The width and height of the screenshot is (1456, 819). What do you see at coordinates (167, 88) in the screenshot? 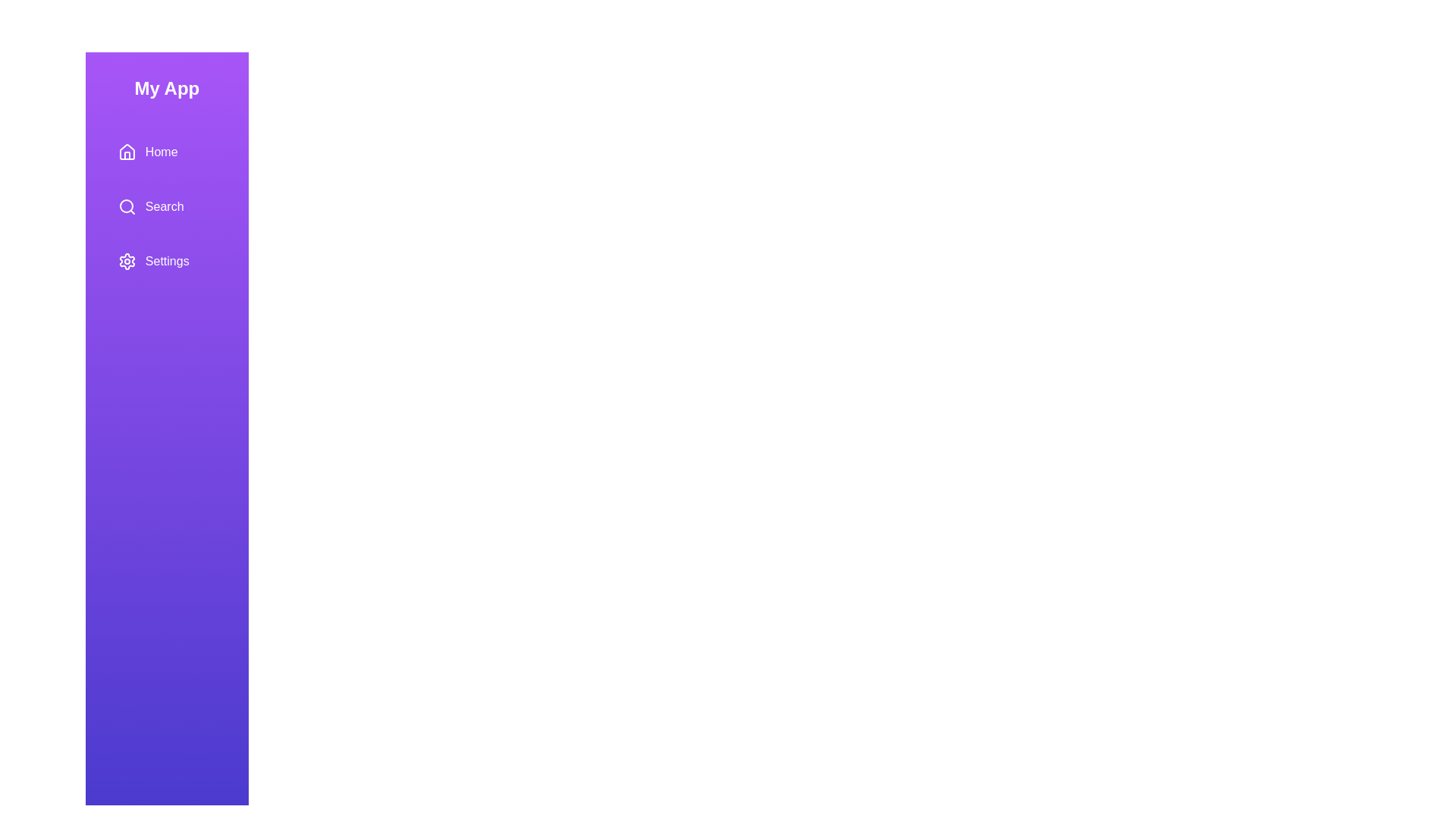
I see `the application title 'My App'` at bounding box center [167, 88].